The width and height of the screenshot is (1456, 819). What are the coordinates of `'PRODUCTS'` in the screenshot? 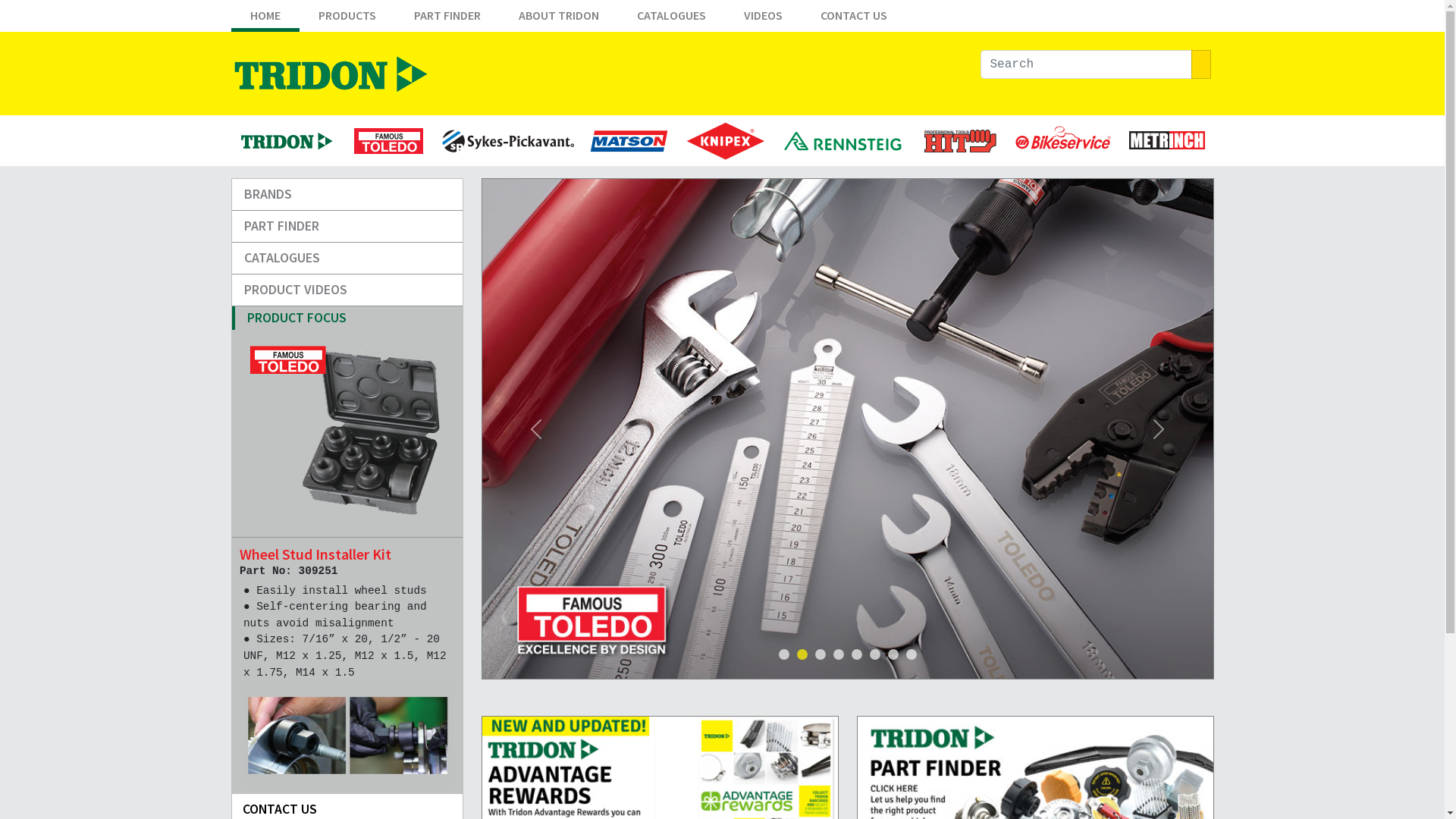 It's located at (345, 18).